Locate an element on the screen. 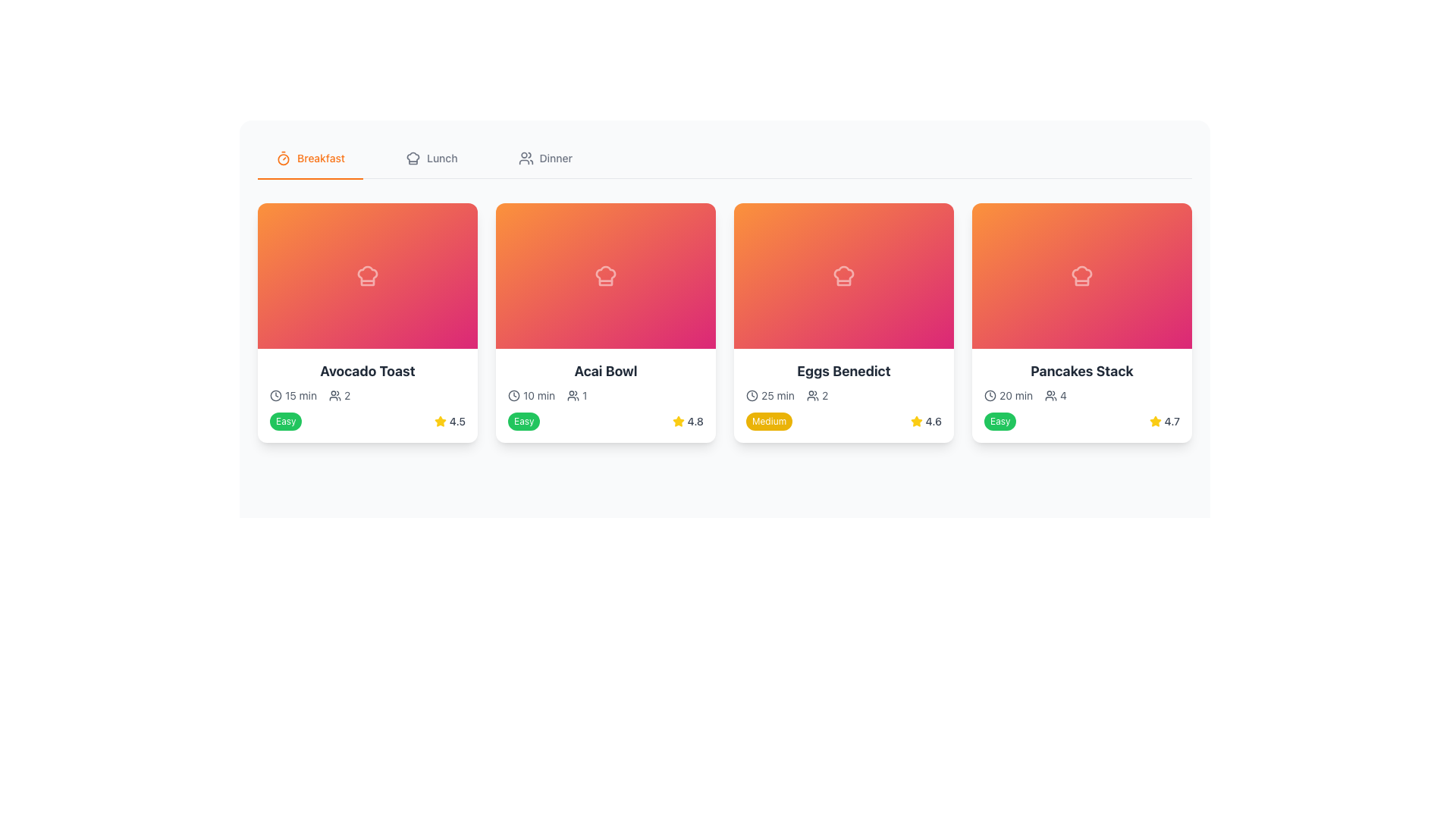 The height and width of the screenshot is (819, 1456). the Decorative card header of the 'Acai Bowl' card located in the second column of the grid layout, which serves as an interactive area for more details is located at coordinates (604, 275).